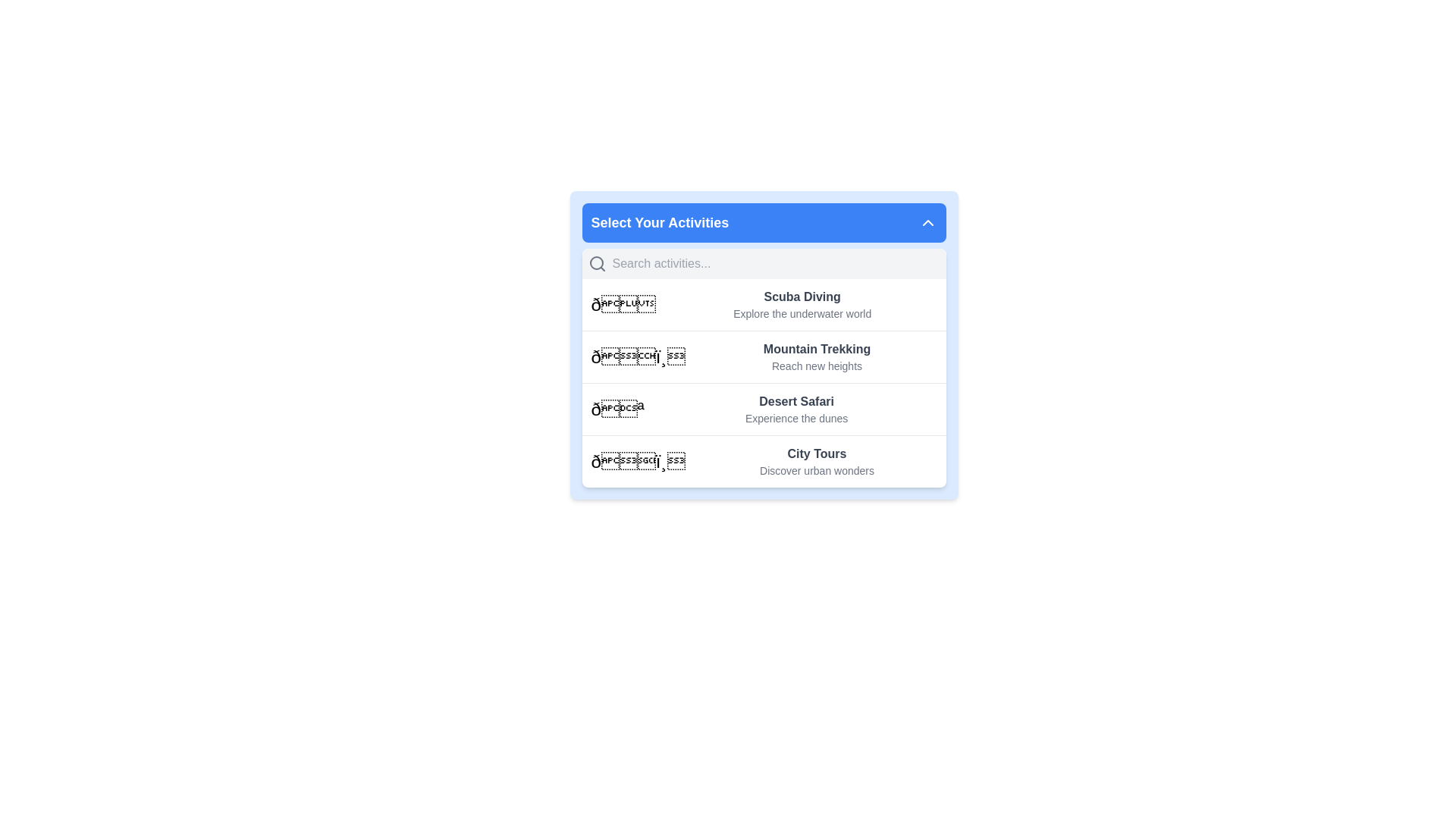 This screenshot has width=1456, height=819. I want to click on the label 'Experience the dunes' which is styled in gray and located directly underneath the bold label 'Desert Safari' to understand its context within the selectable items list, so click(795, 418).